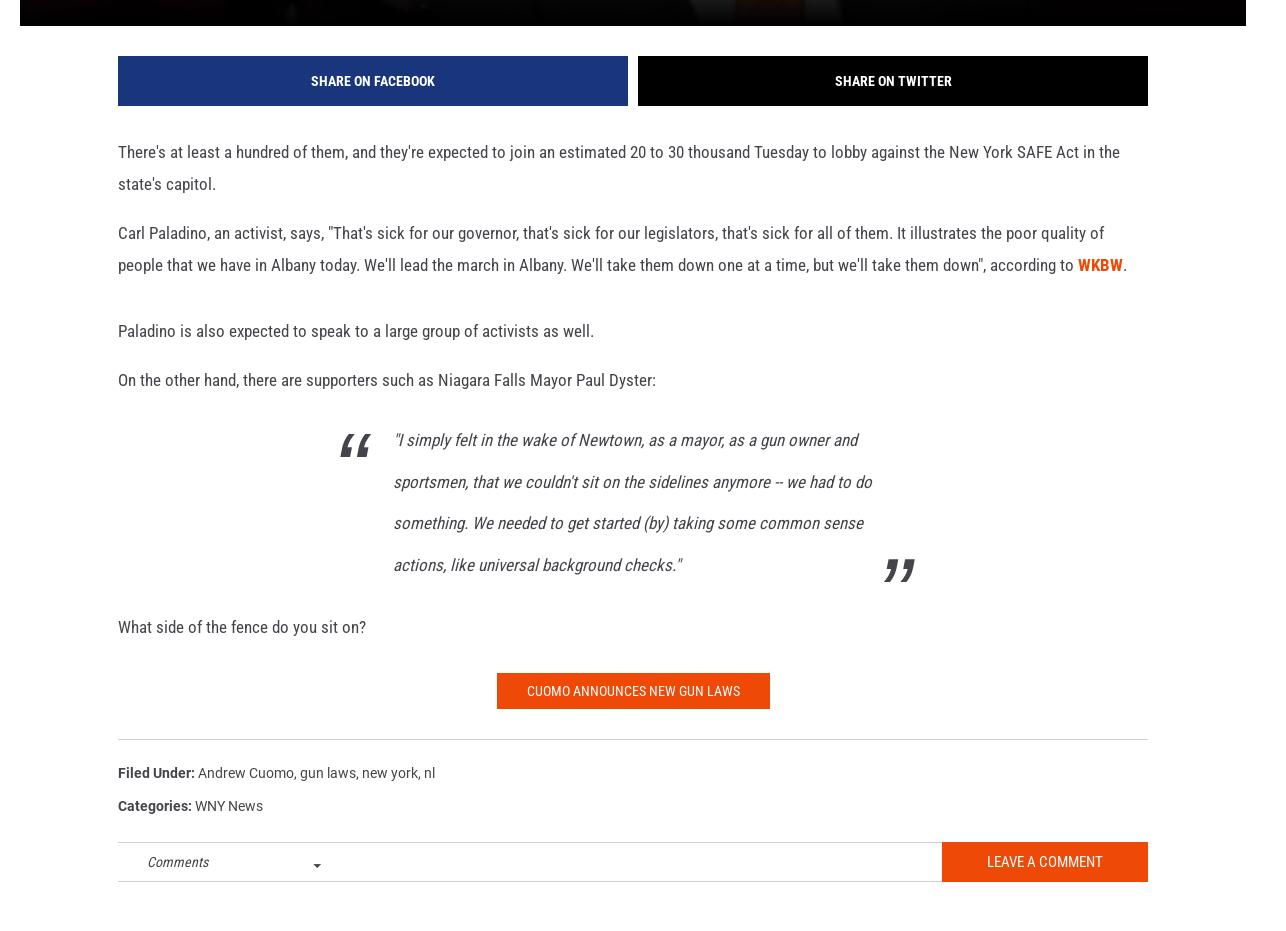  I want to click on '"I simply felt in the wake of Newtown, as a mayor, as a gun owner and sportsmen, that we couldn't sit on the sidelines anymore -- we had to do something. We needed to get started (by) taking some common sense actions, like universal background checks."', so click(631, 533).